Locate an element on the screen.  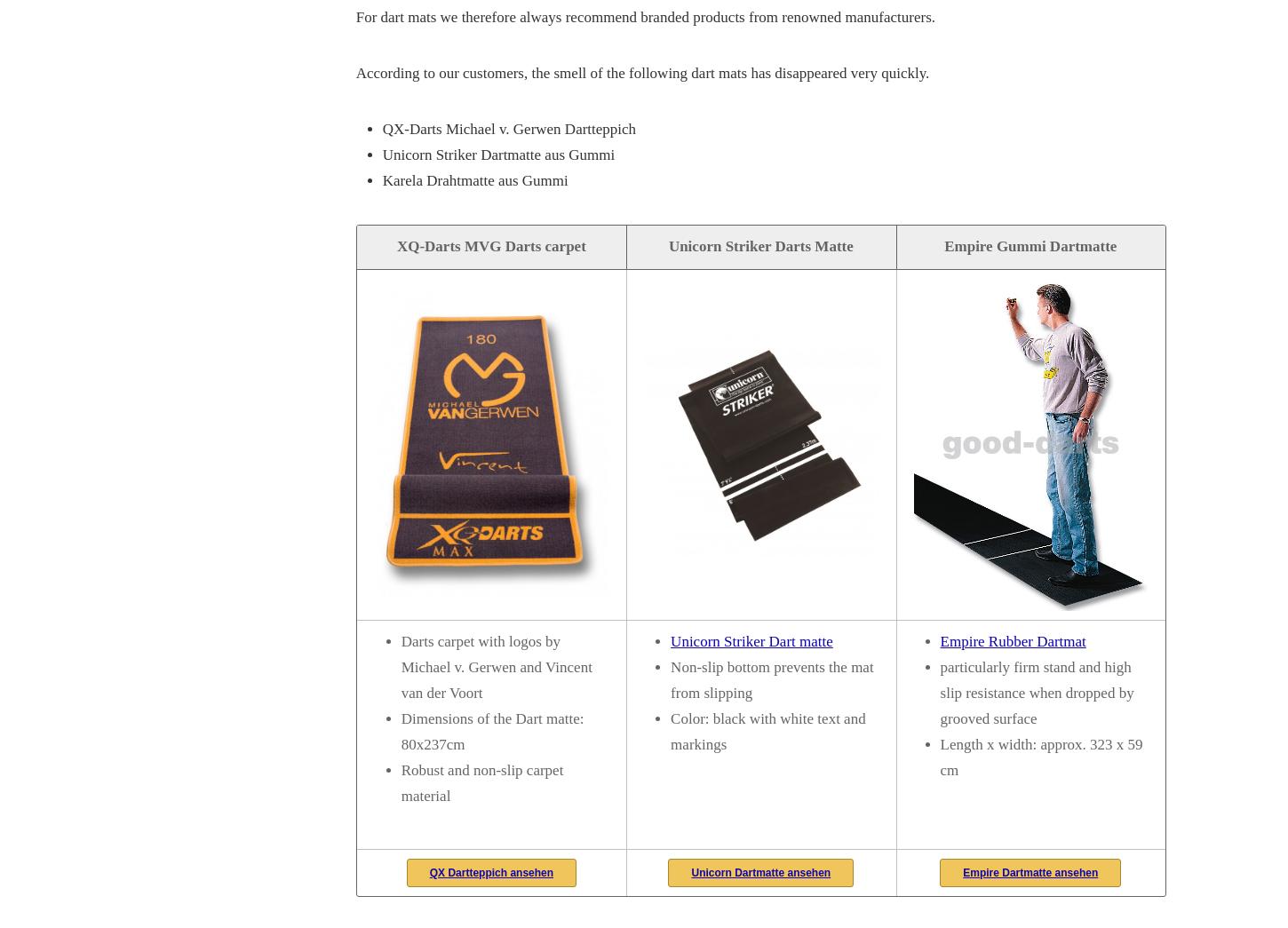
'Unicorn Striker Darts Matte' is located at coordinates (667, 244).